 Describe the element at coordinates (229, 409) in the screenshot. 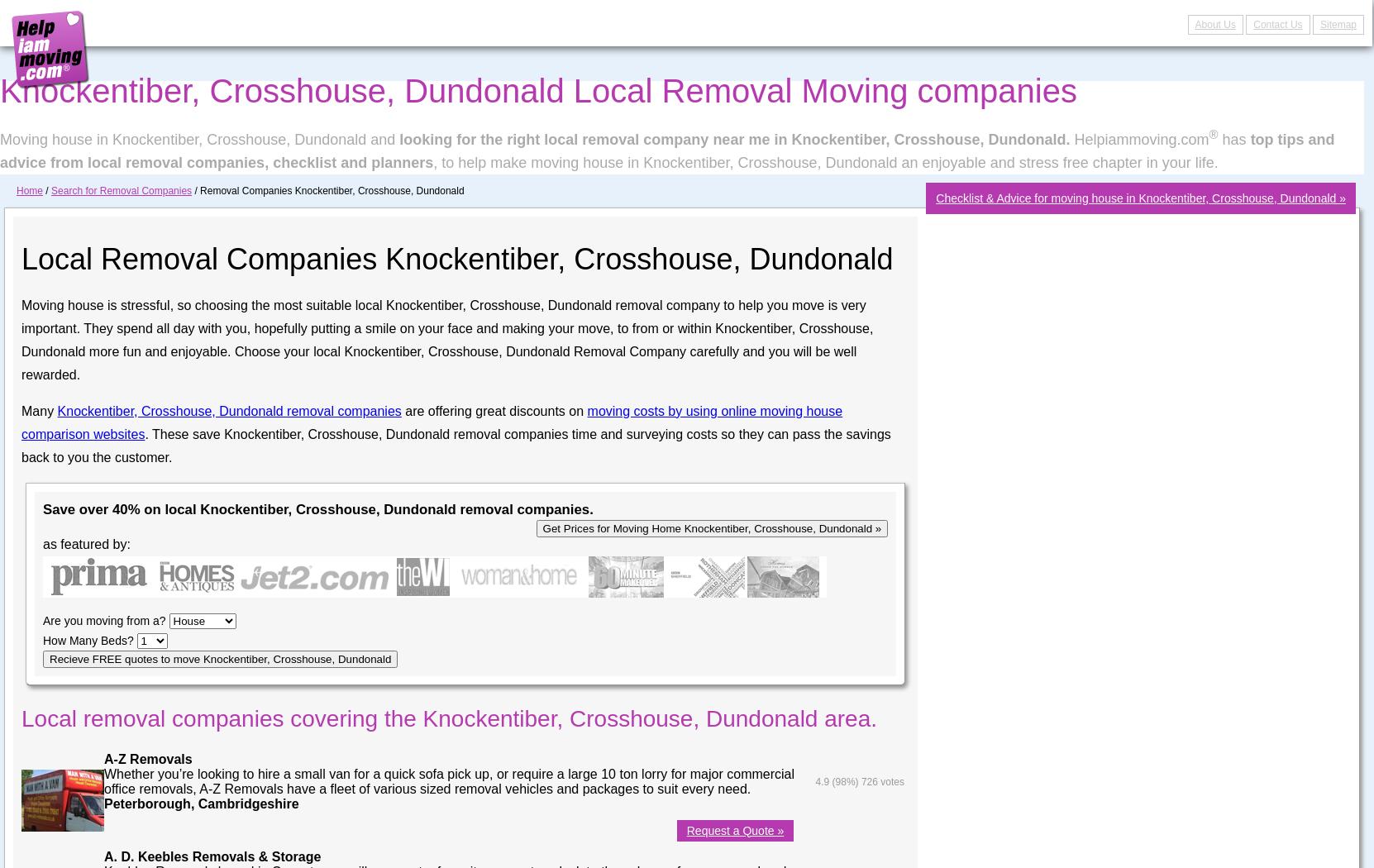

I see `'Knockentiber, Crosshouse, Dundonald  removal companies'` at that location.